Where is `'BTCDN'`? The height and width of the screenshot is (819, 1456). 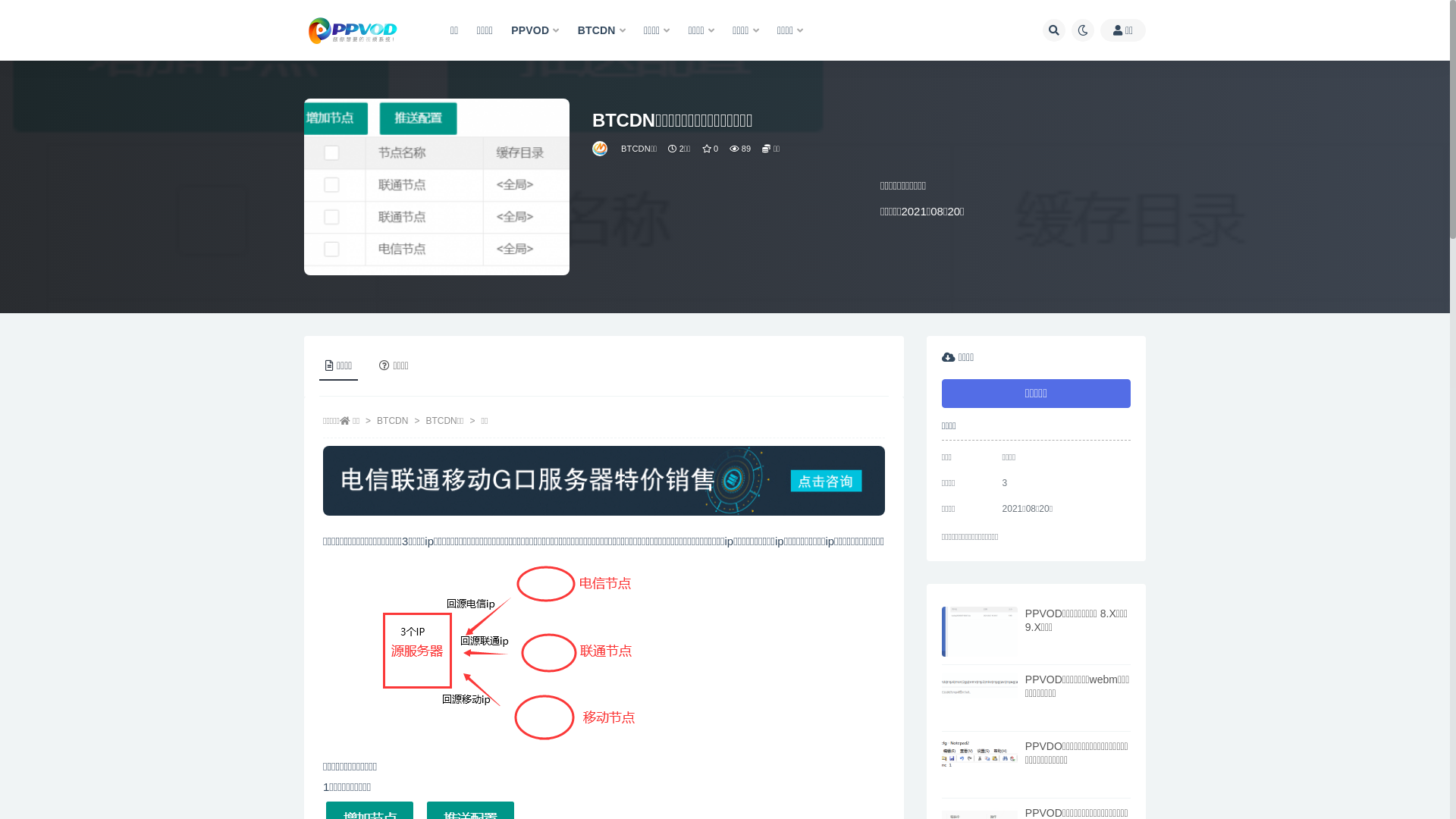 'BTCDN' is located at coordinates (392, 421).